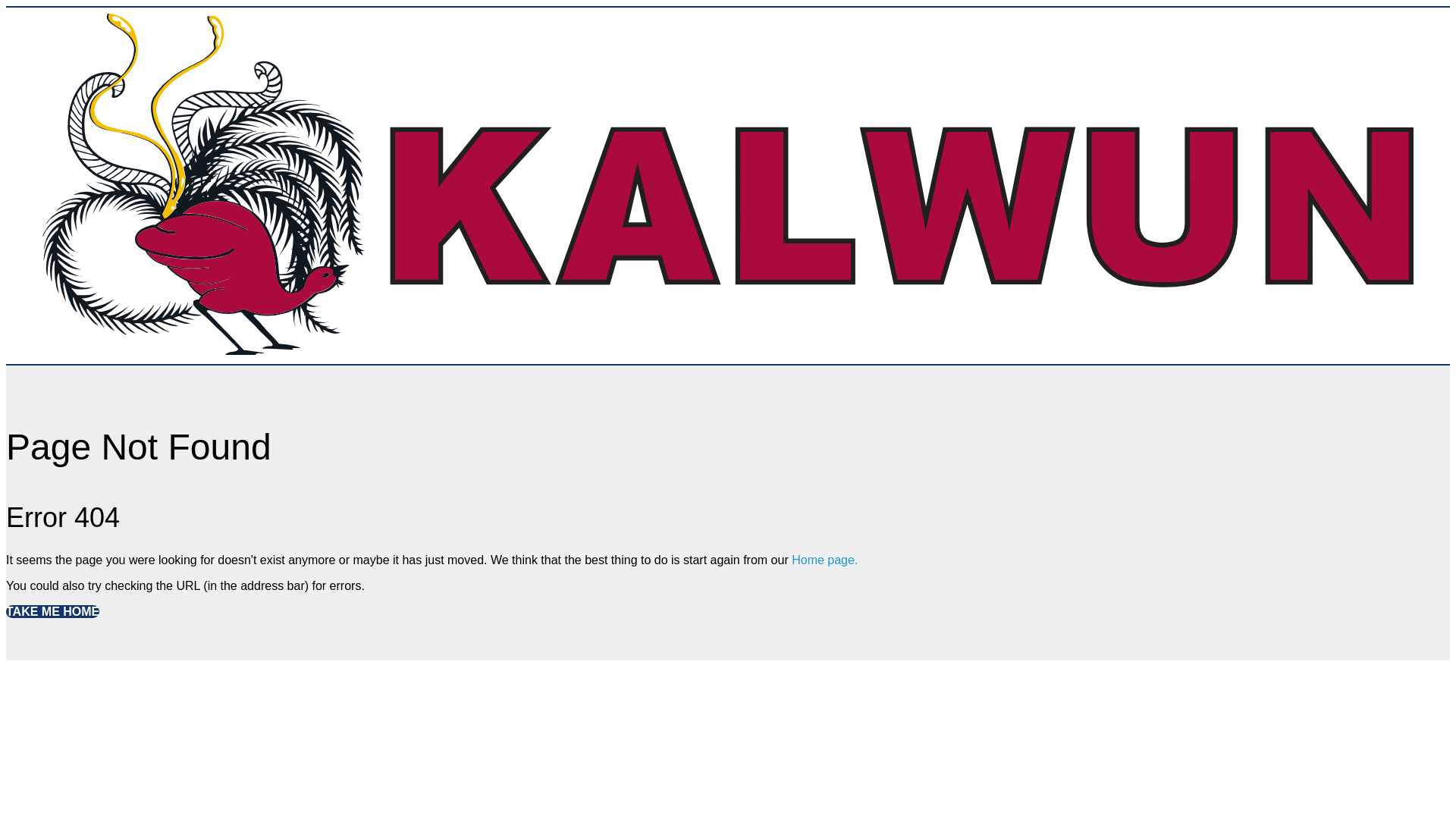  I want to click on 'TAKE ME HOME', so click(52, 610).